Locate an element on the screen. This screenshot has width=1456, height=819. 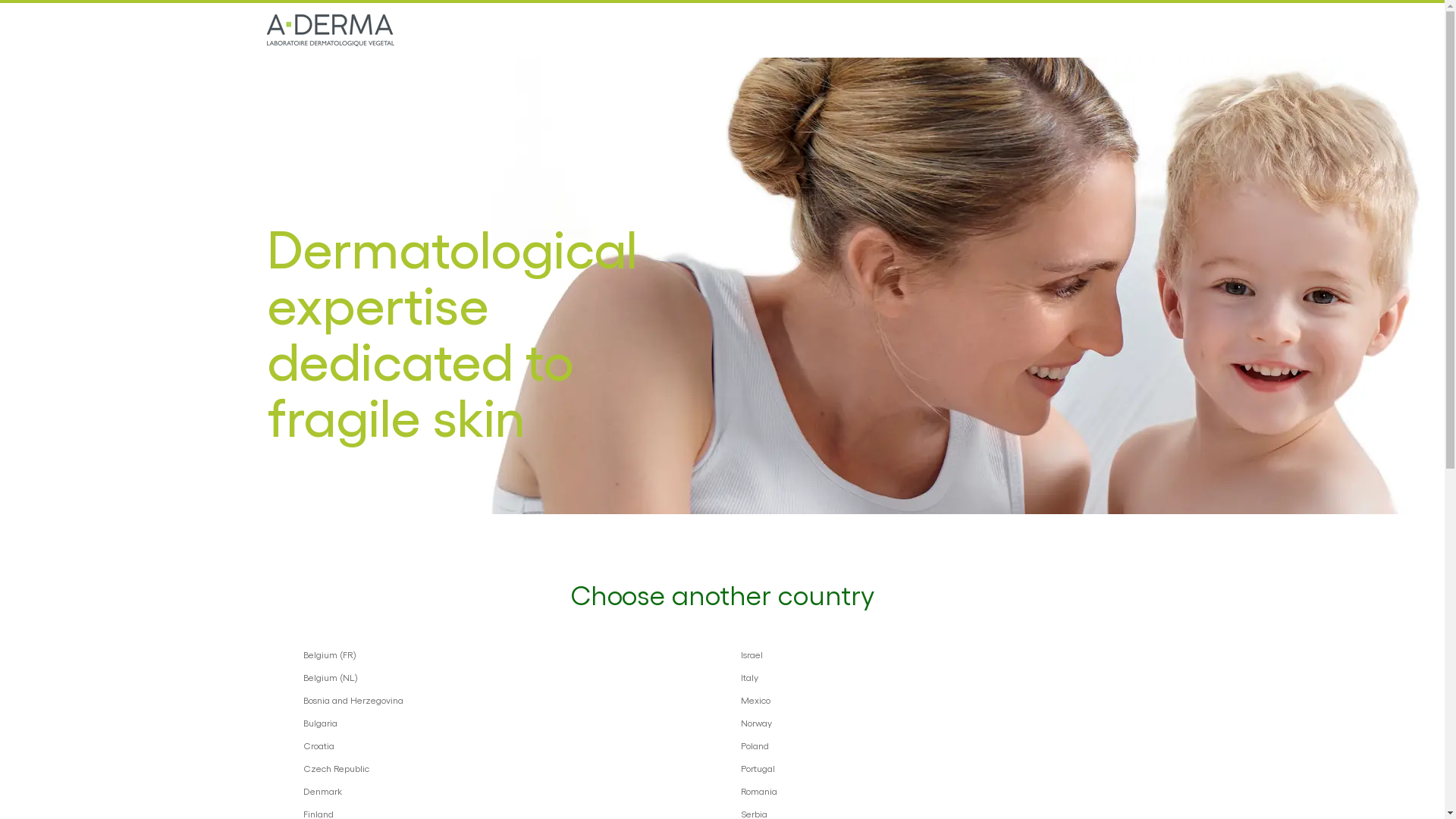
'Croatia' is located at coordinates (504, 745).